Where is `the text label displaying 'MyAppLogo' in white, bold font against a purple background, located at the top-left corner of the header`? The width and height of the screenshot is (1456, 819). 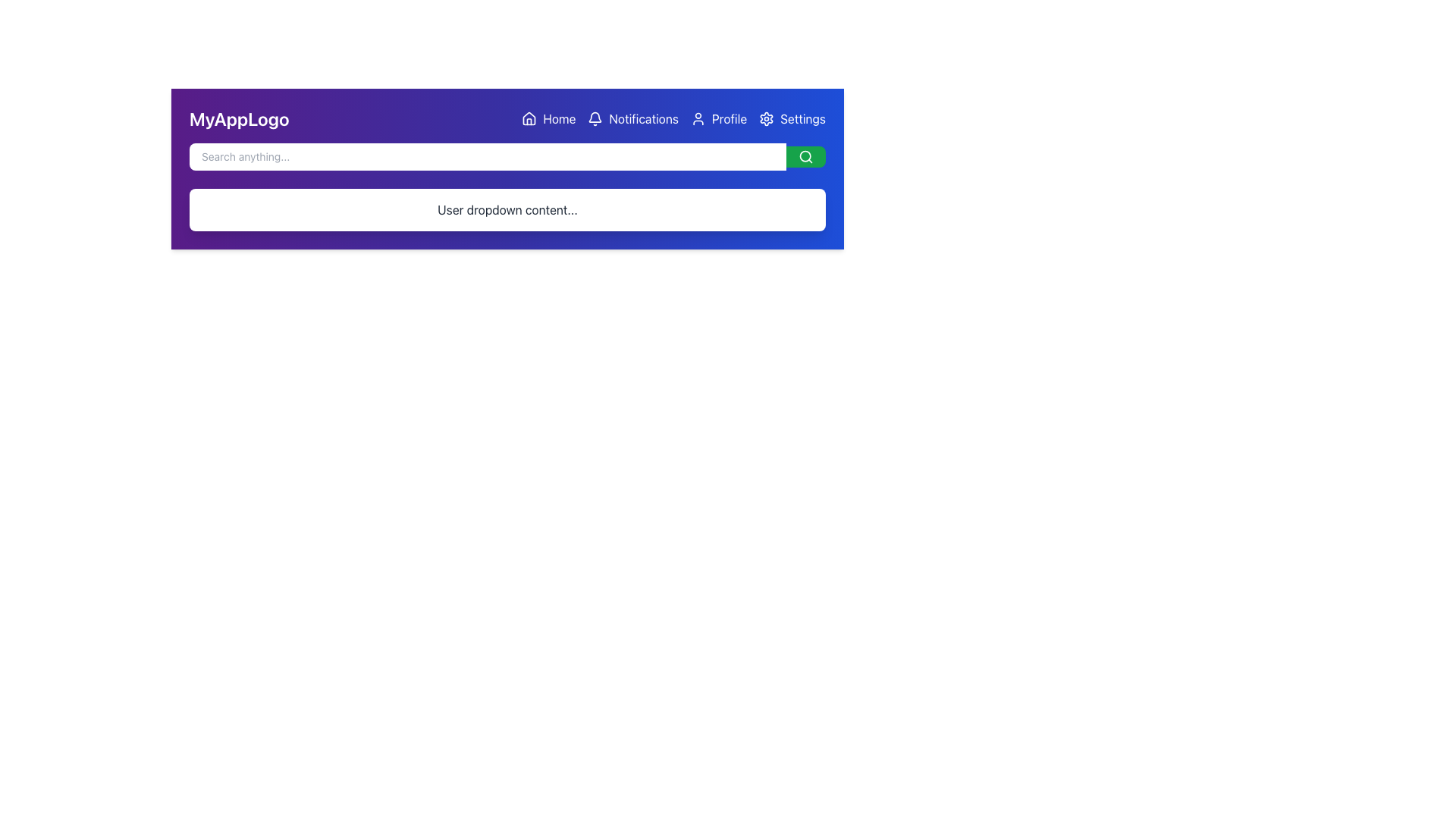
the text label displaying 'MyAppLogo' in white, bold font against a purple background, located at the top-left corner of the header is located at coordinates (238, 118).